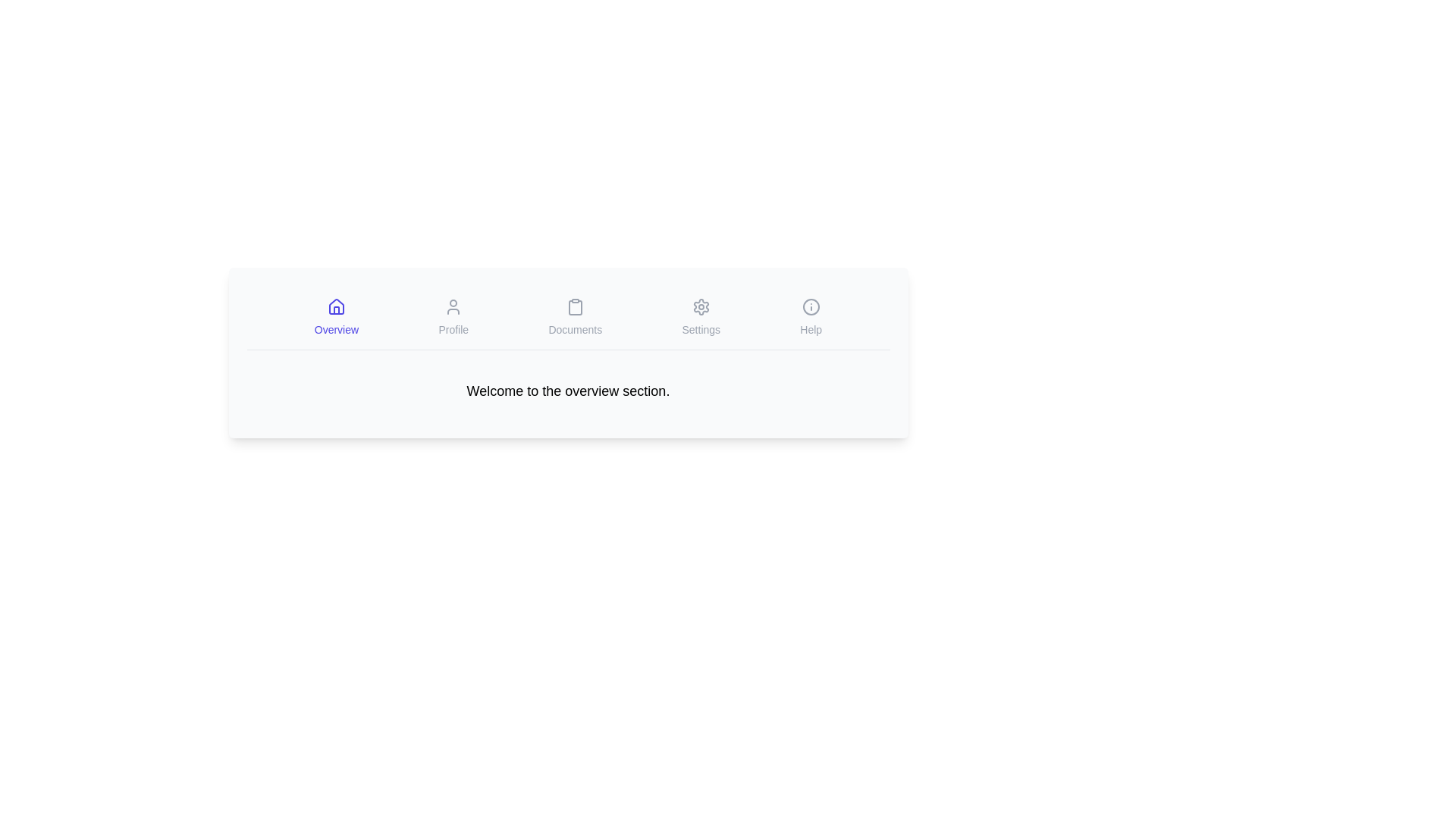 The width and height of the screenshot is (1456, 819). I want to click on the settings icon located at the top middle of the interface, so click(700, 307).